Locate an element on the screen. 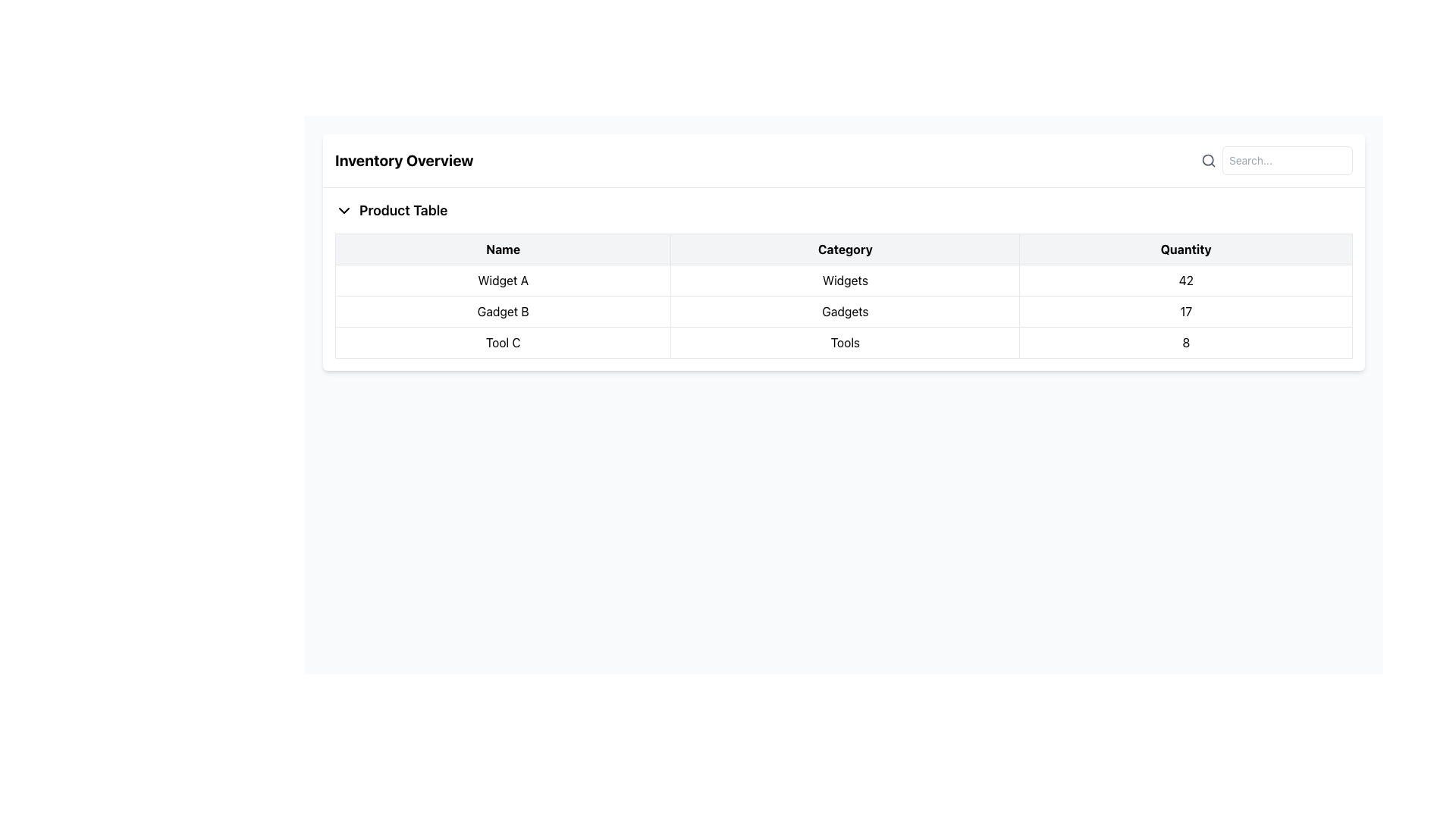  the text '17' in the Quantity column for Gadget B is located at coordinates (1185, 311).